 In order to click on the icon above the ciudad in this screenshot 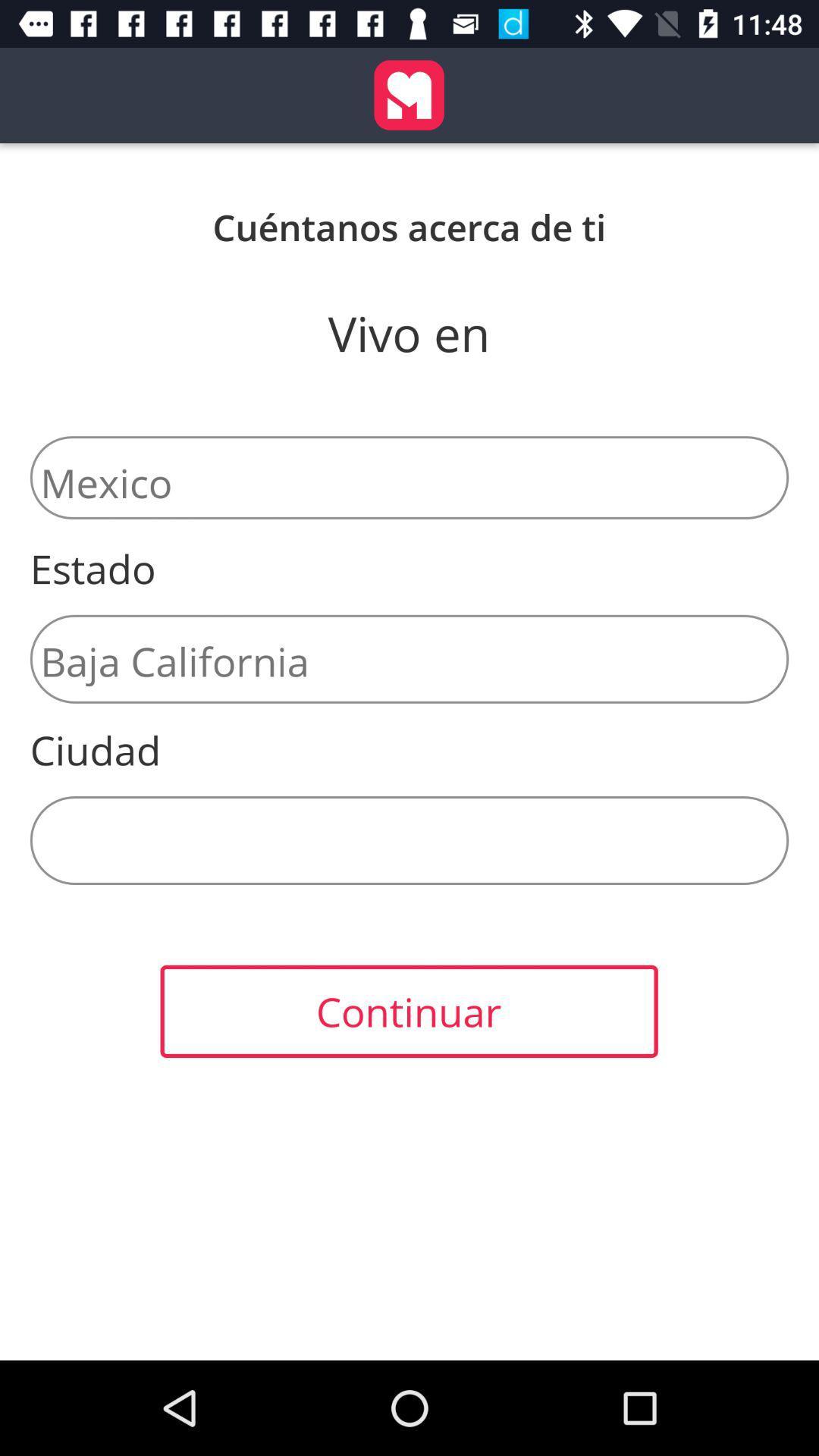, I will do `click(409, 659)`.